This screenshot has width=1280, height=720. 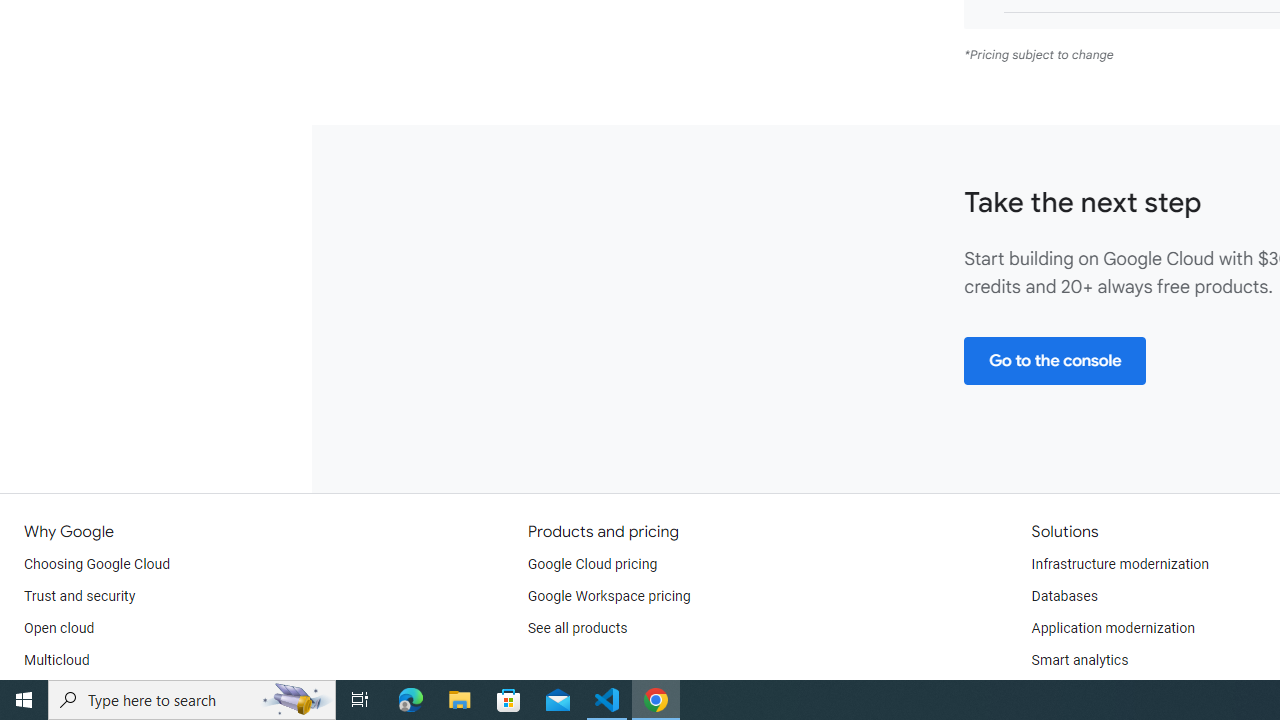 What do you see at coordinates (1054, 360) in the screenshot?
I see `'Go to the console'` at bounding box center [1054, 360].